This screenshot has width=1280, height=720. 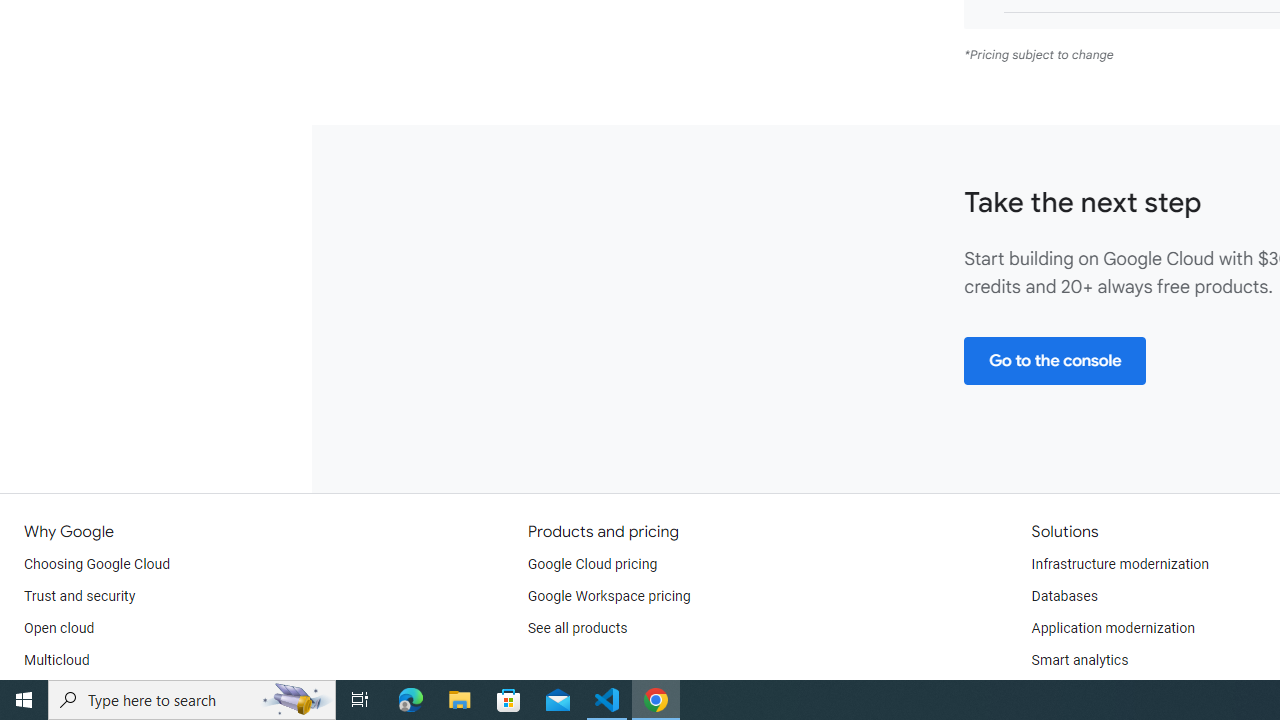 What do you see at coordinates (1054, 360) in the screenshot?
I see `'Go to the console'` at bounding box center [1054, 360].